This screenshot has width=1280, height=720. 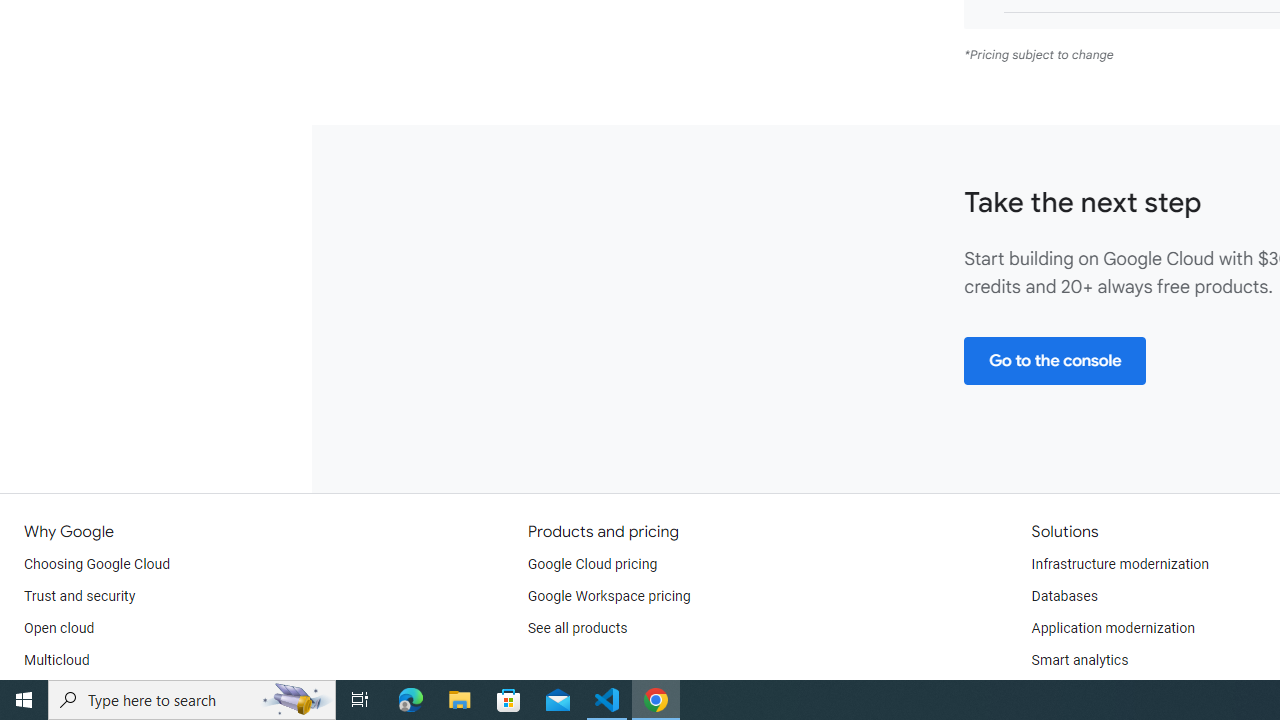 What do you see at coordinates (1054, 360) in the screenshot?
I see `'Go to the console'` at bounding box center [1054, 360].